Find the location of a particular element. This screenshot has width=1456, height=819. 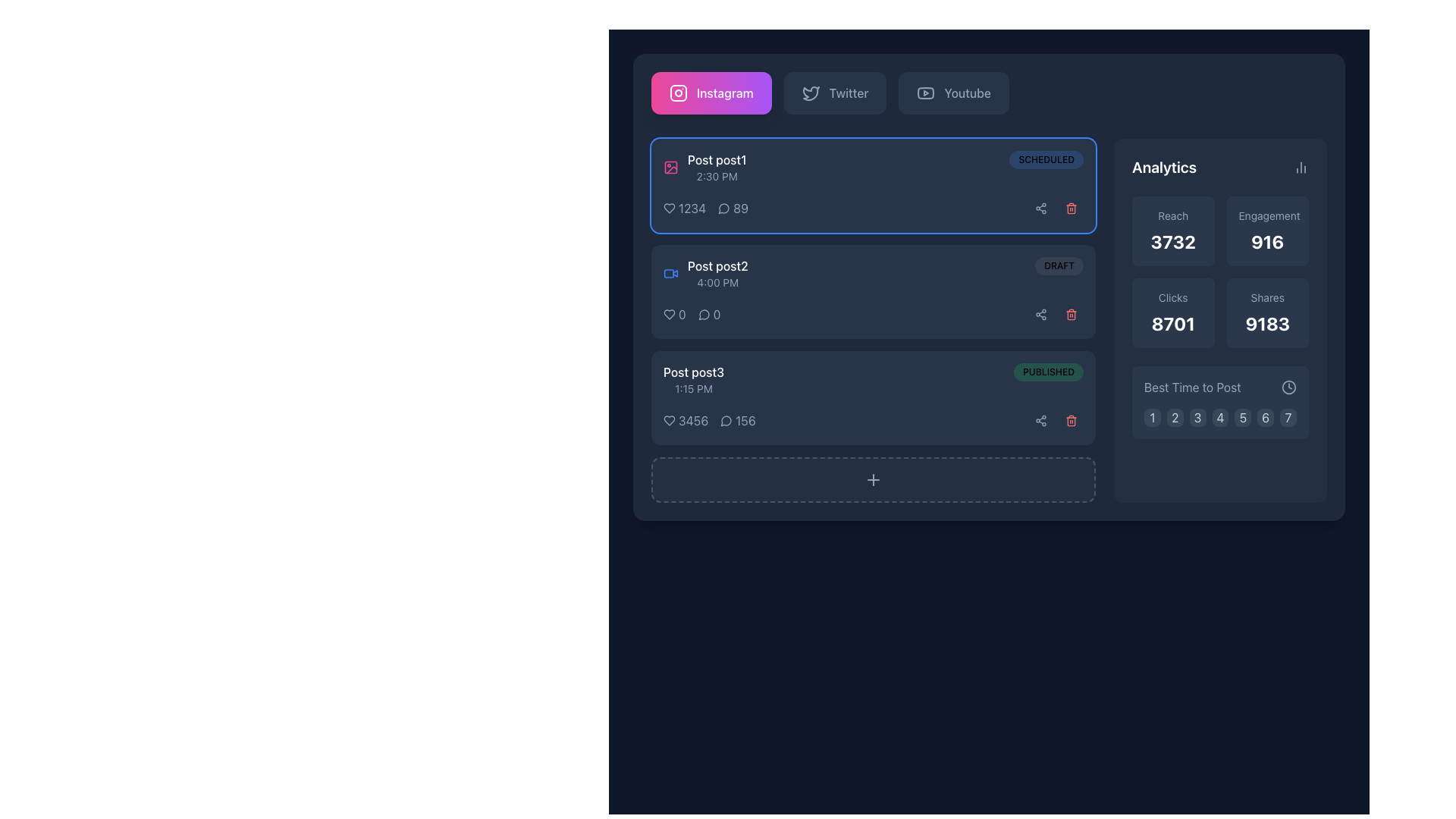

the pink-colored stylized icon resembling an image placeholder adjacent to the text 'Post post1' in the upper left portion of the interface is located at coordinates (670, 167).